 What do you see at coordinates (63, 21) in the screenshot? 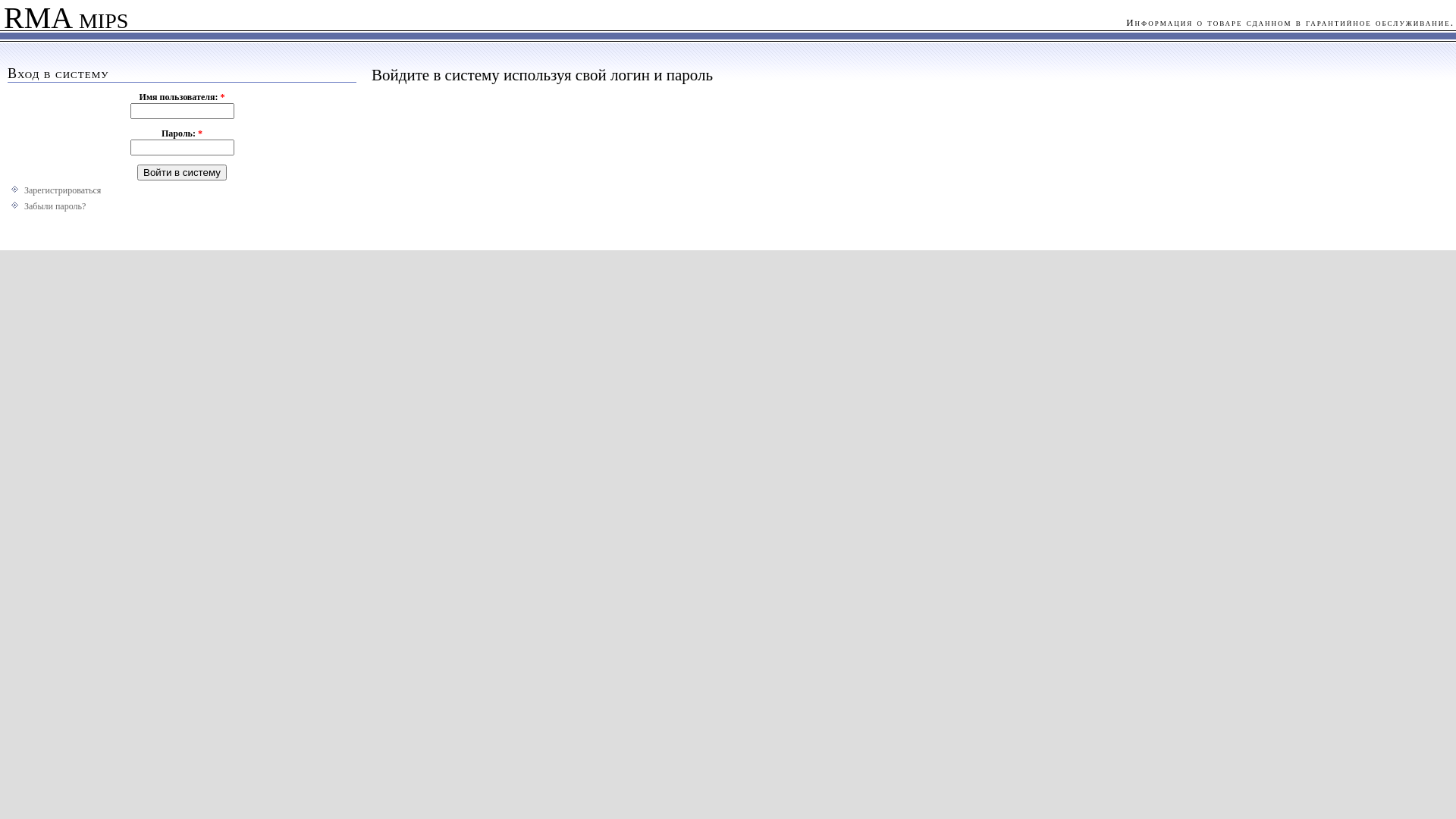
I see `'RMA mips'` at bounding box center [63, 21].